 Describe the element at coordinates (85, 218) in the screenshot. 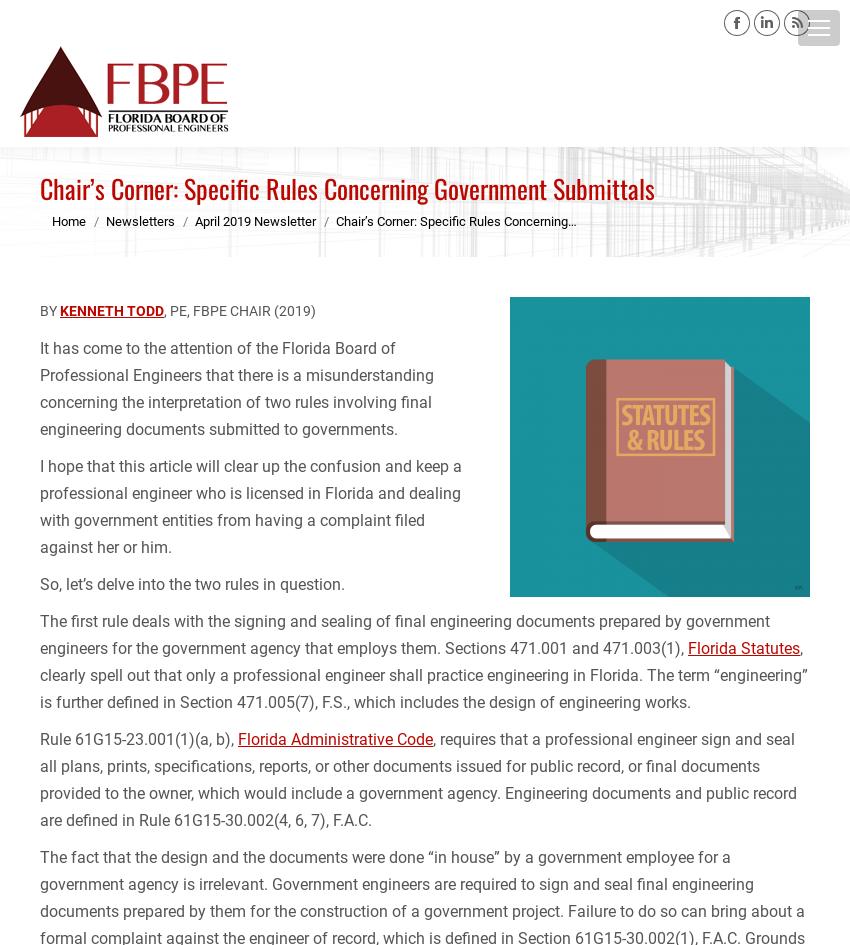

I see `'You are here:'` at that location.